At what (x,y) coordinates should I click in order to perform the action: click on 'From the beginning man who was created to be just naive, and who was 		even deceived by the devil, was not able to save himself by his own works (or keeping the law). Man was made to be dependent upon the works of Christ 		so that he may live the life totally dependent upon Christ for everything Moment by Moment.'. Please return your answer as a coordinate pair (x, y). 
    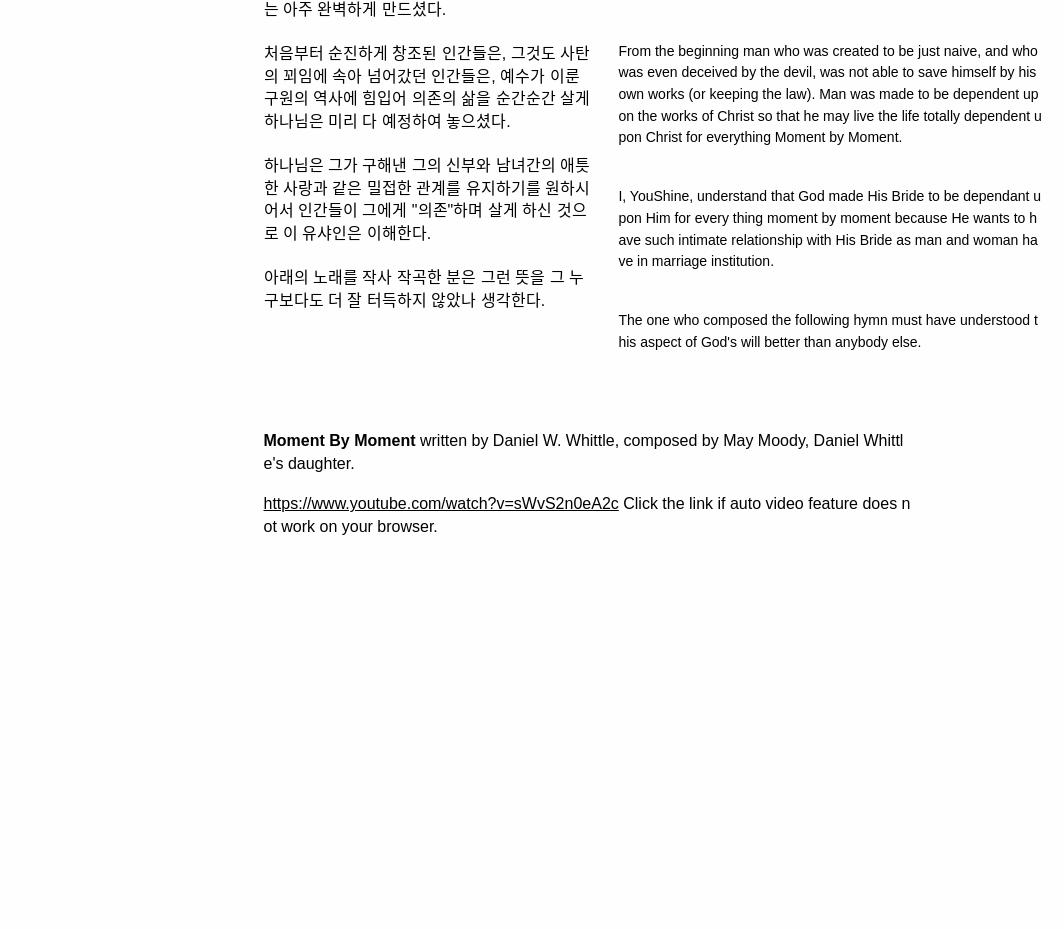
    Looking at the image, I should click on (617, 92).